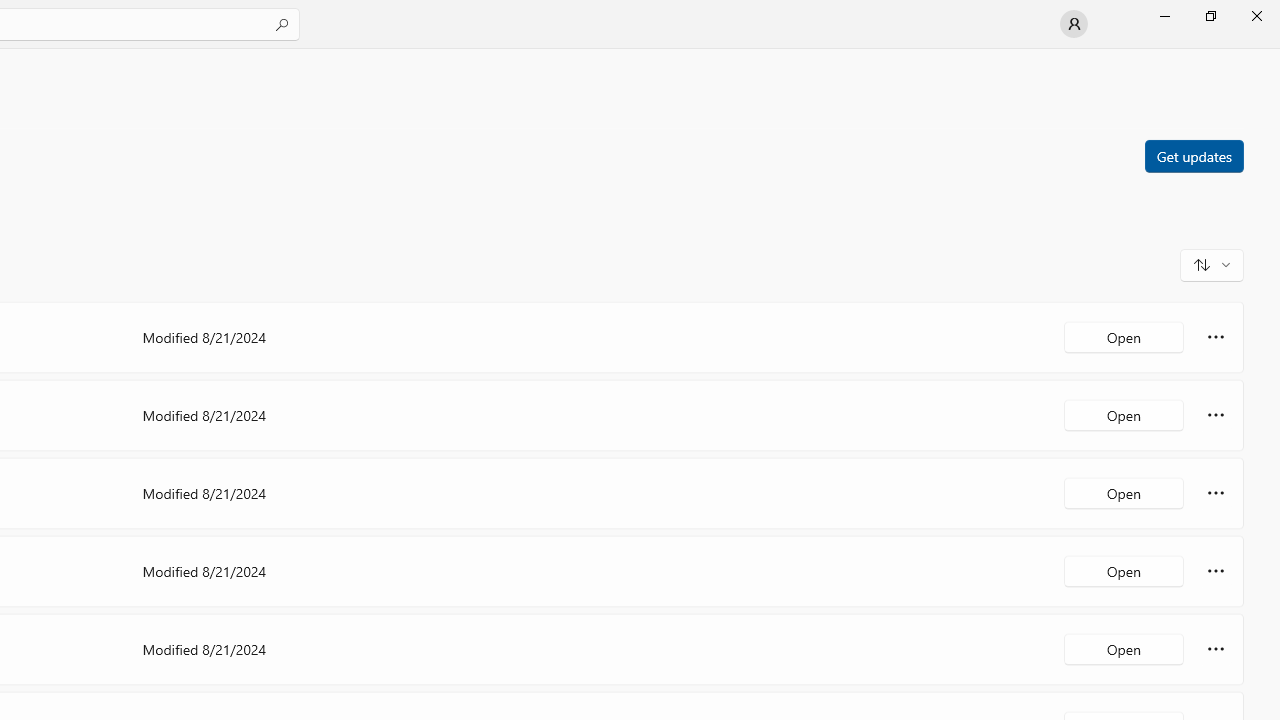 The image size is (1280, 720). I want to click on 'Get updates', so click(1193, 154).